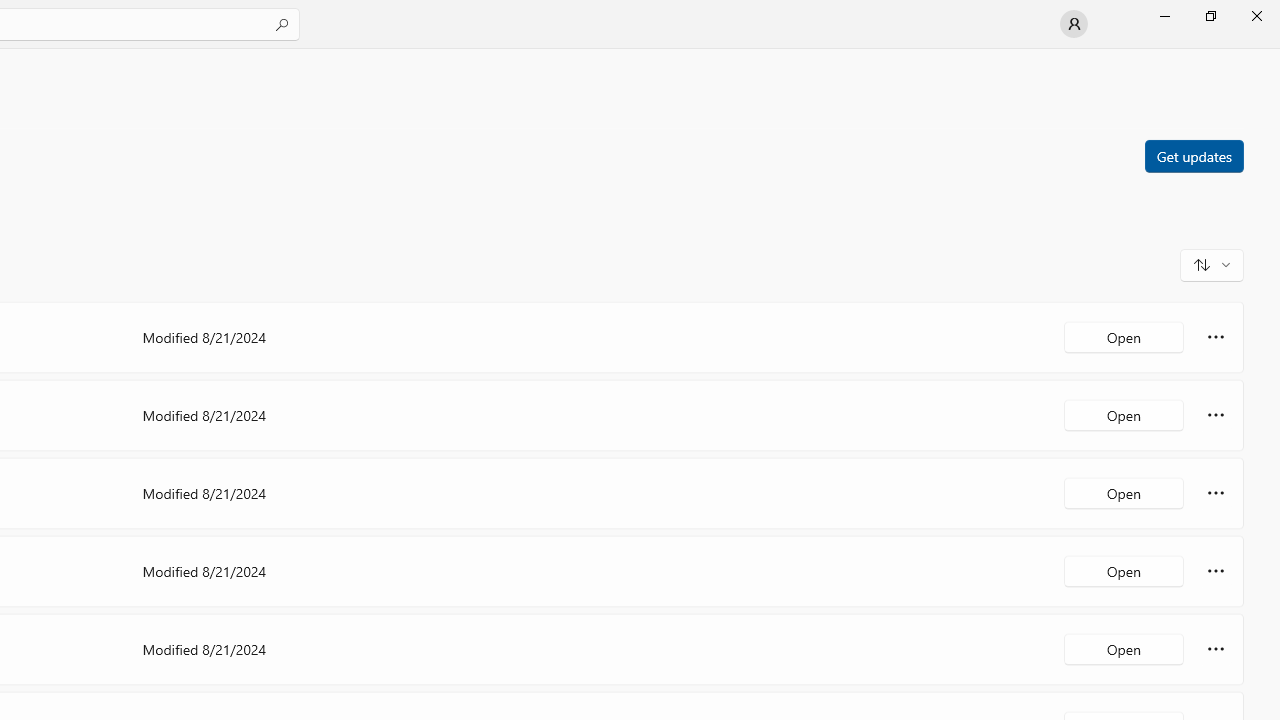 The image size is (1280, 720). I want to click on 'Get updates', so click(1193, 154).